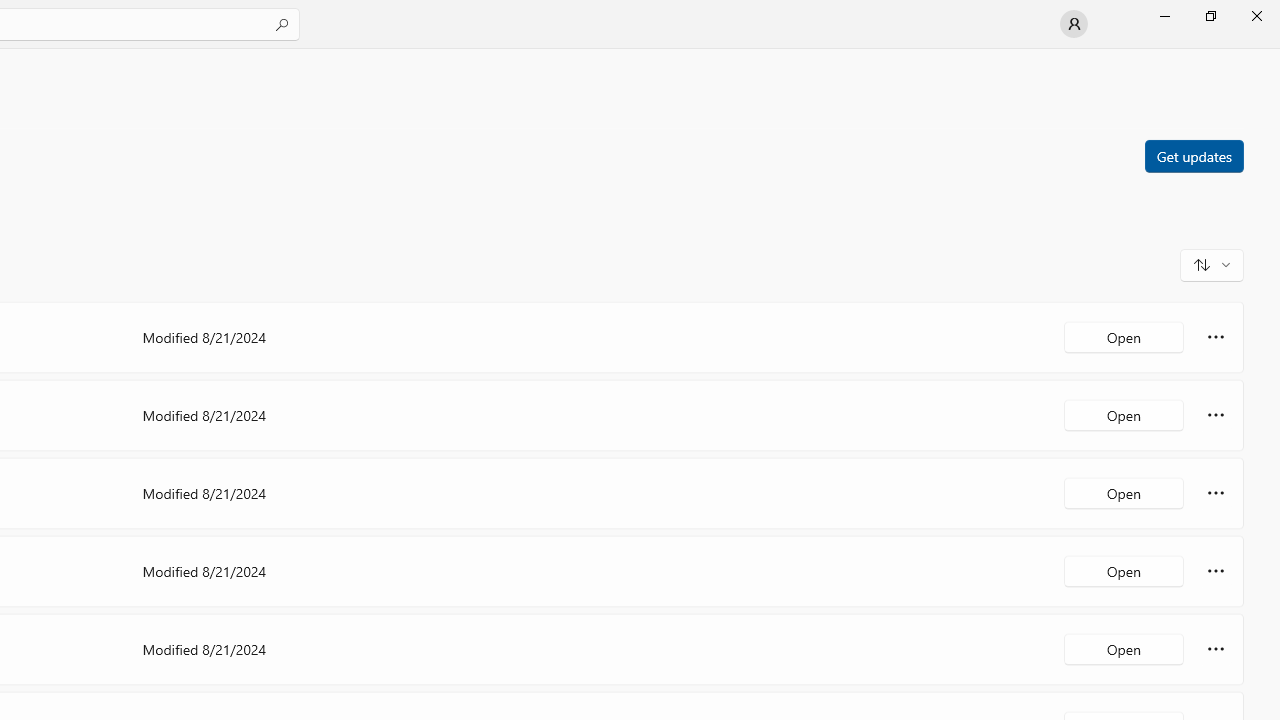 The image size is (1280, 720). I want to click on 'Get updates', so click(1193, 154).